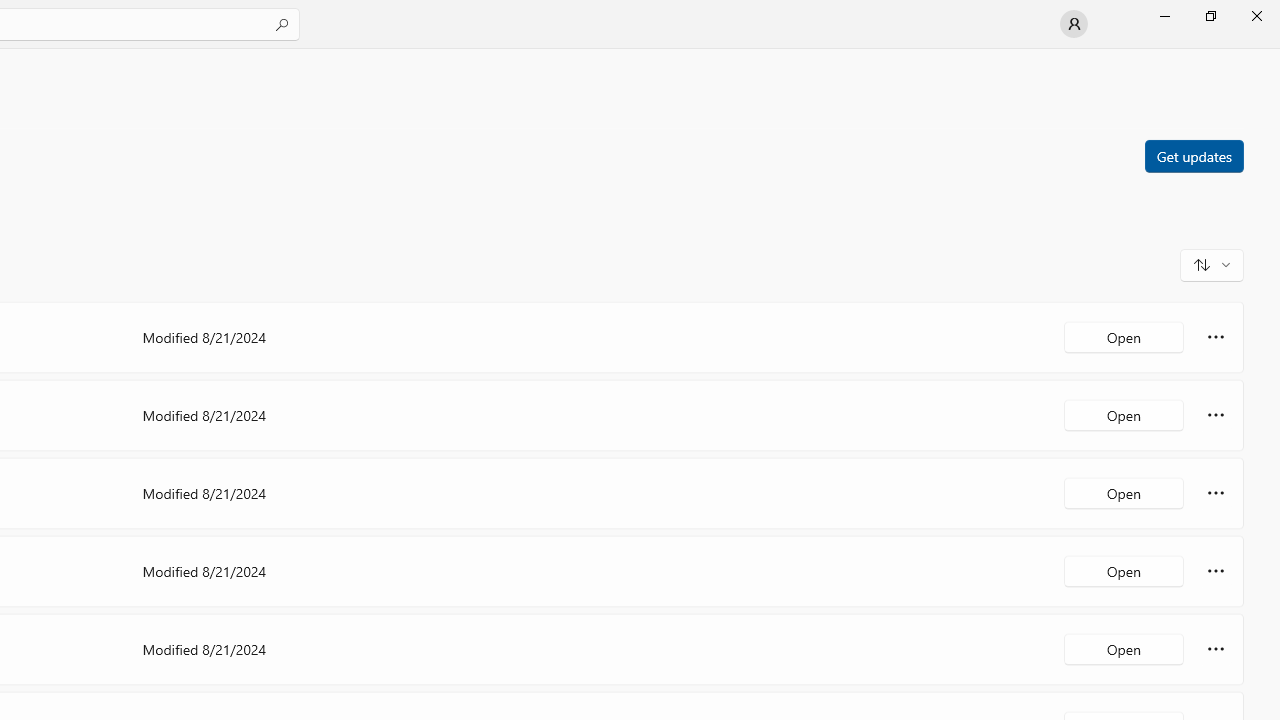 The image size is (1280, 720). I want to click on 'Get updates', so click(1193, 154).